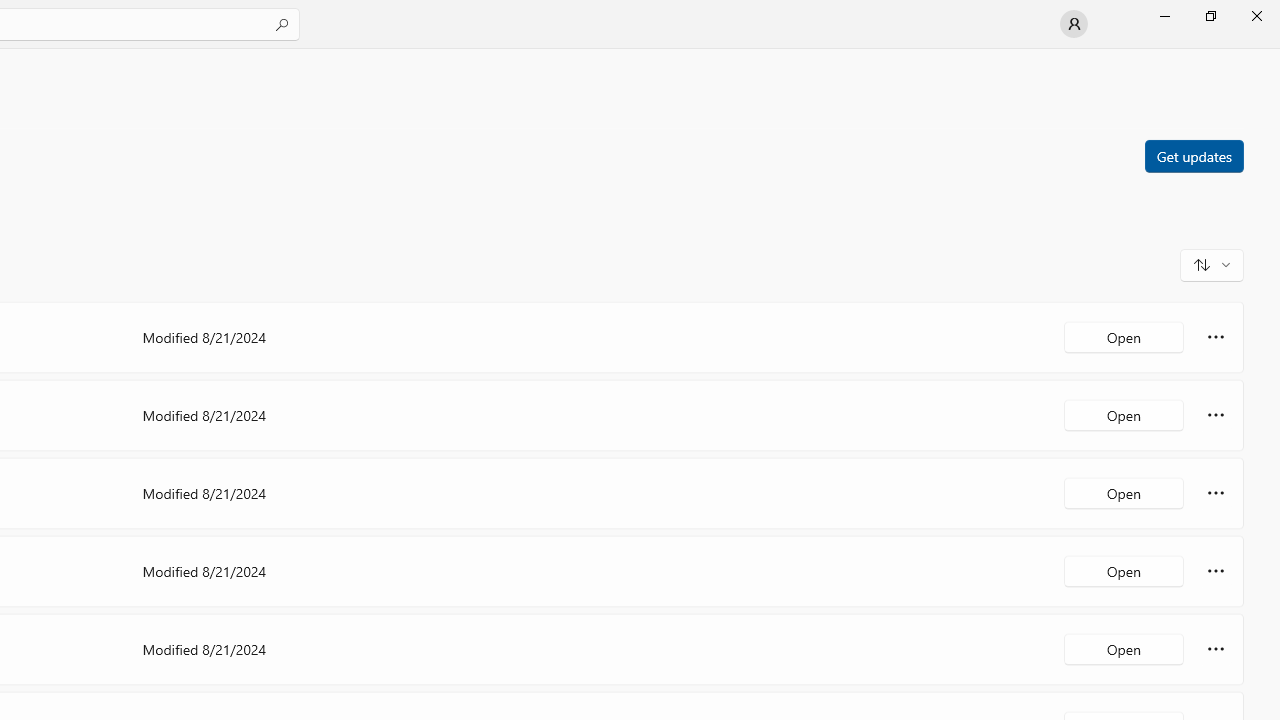 The image size is (1280, 720). I want to click on 'Get updates', so click(1193, 154).